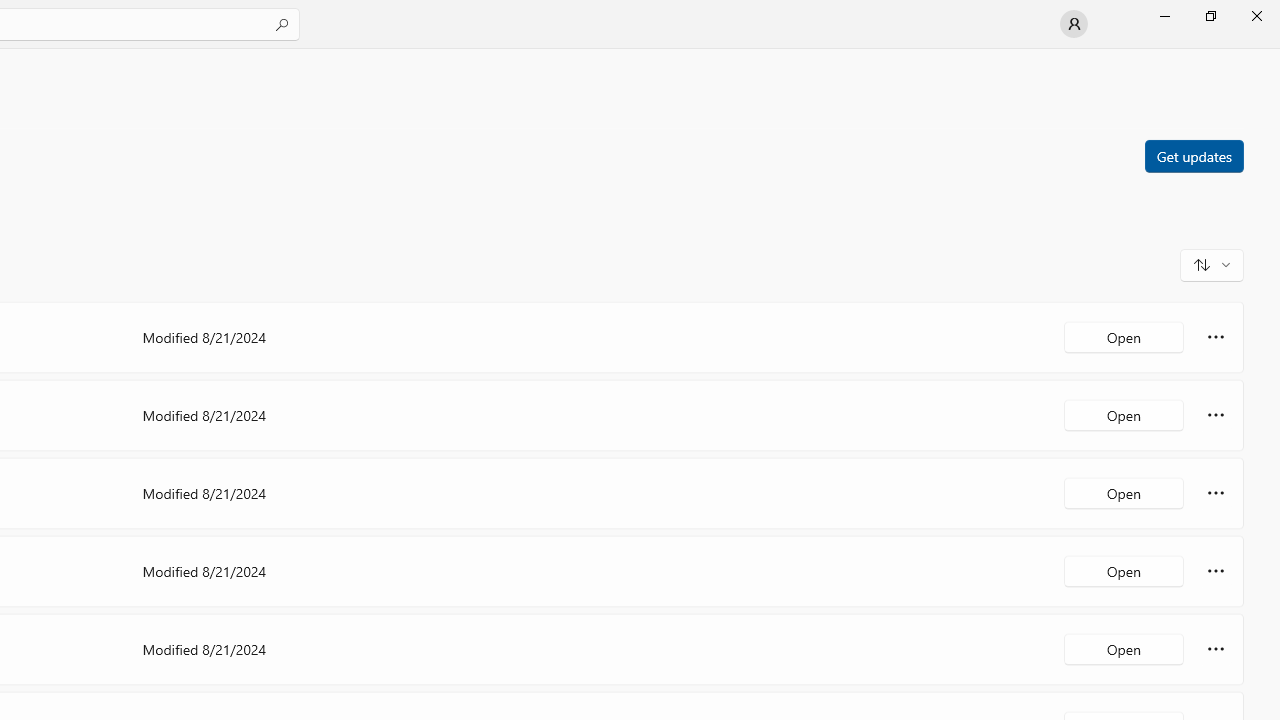 The image size is (1280, 720). I want to click on 'Get updates', so click(1193, 154).